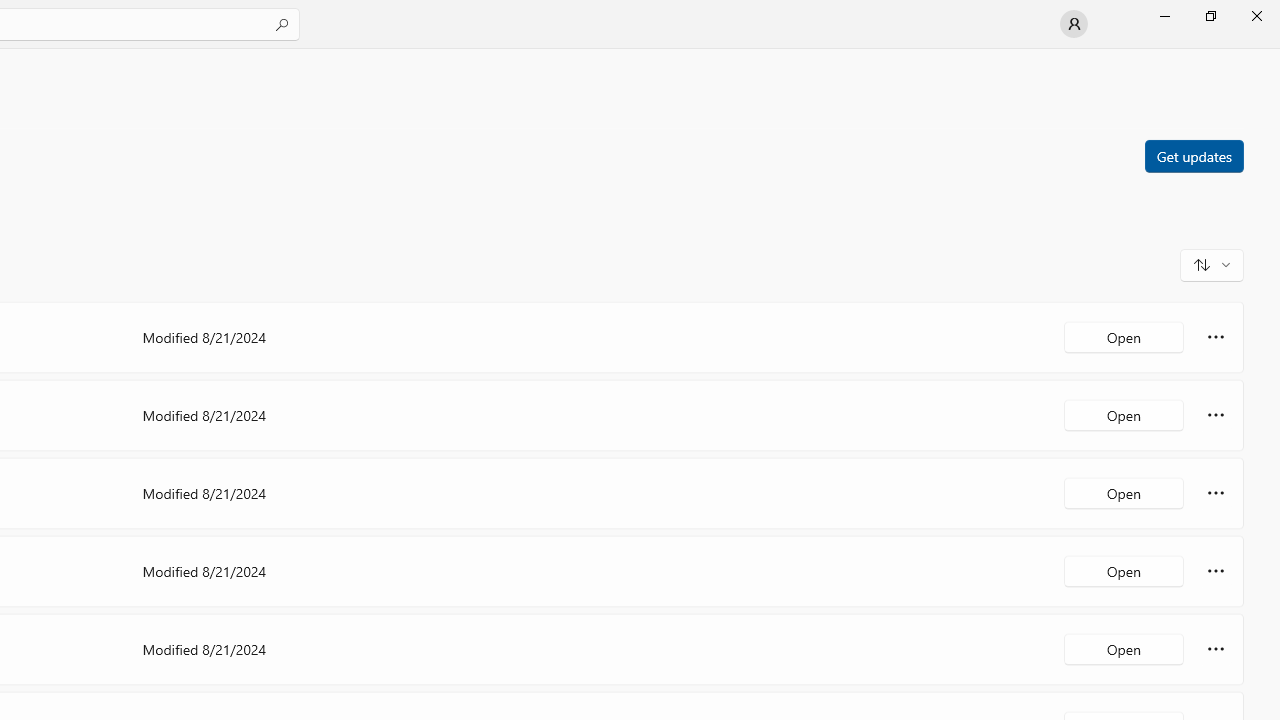 The image size is (1280, 720). I want to click on 'Get updates', so click(1193, 154).